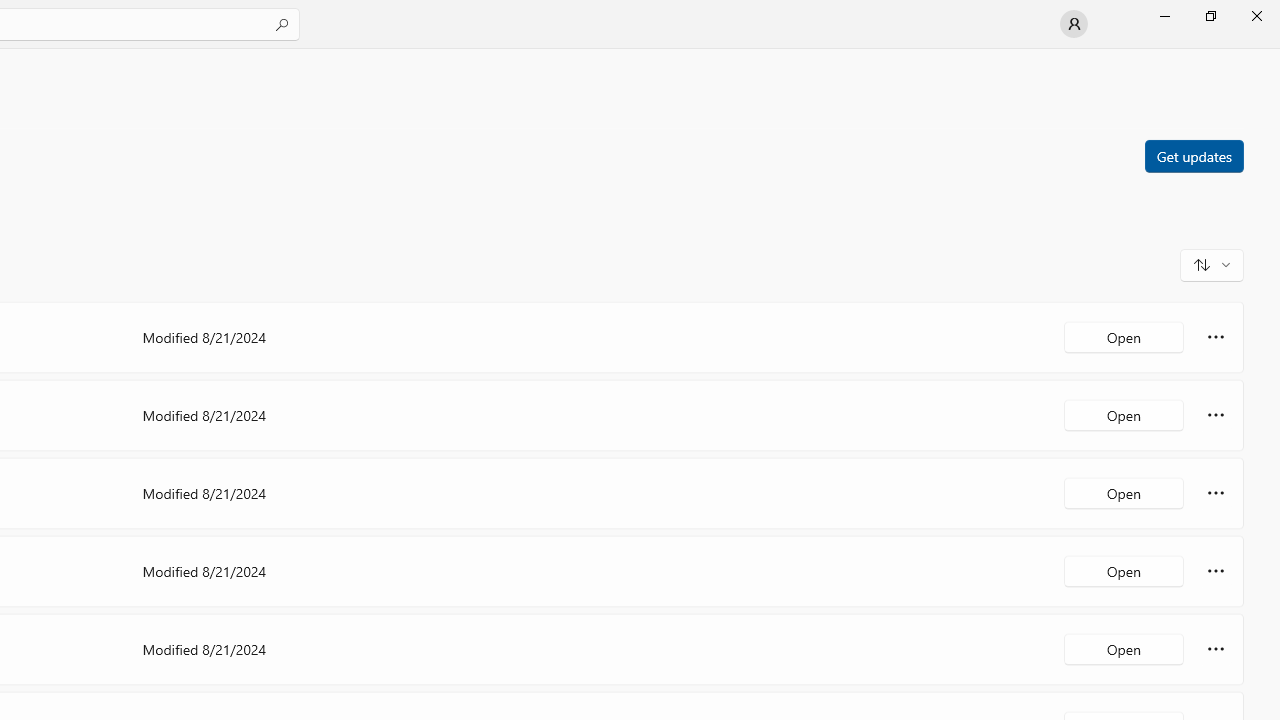 The image size is (1280, 720). I want to click on 'Get updates', so click(1193, 154).